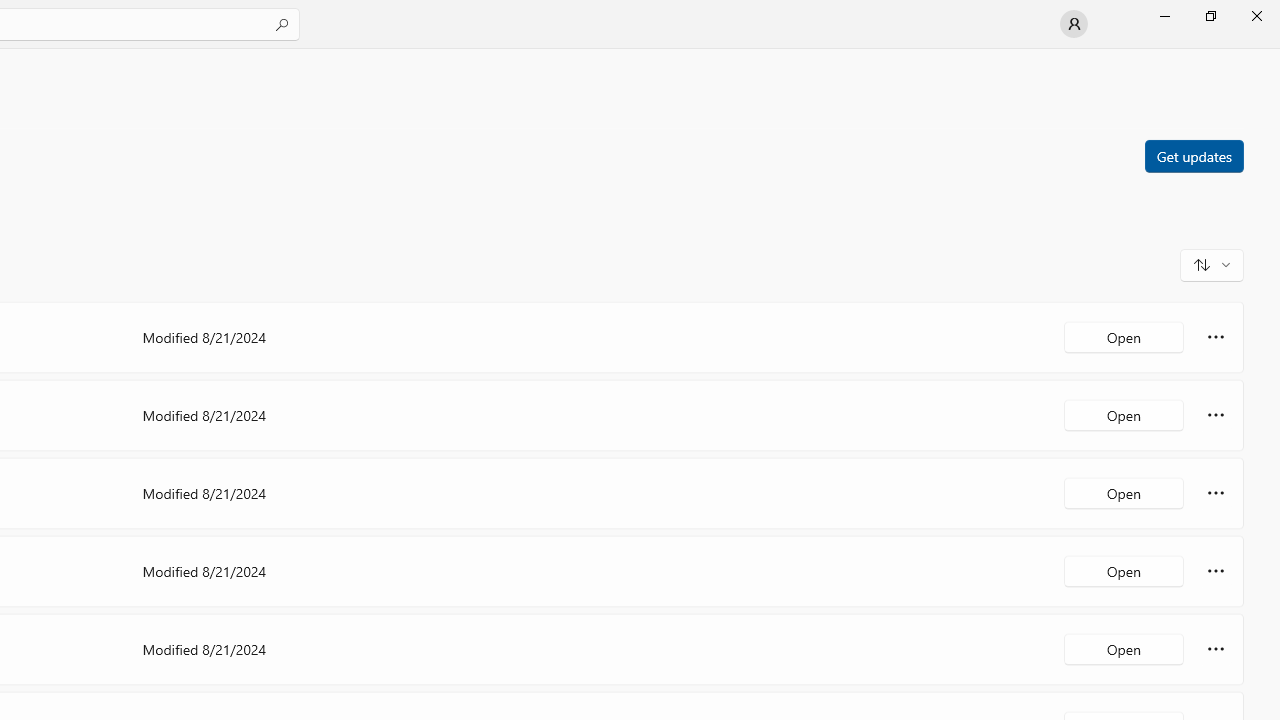 The image size is (1280, 720). I want to click on 'Get updates', so click(1193, 154).